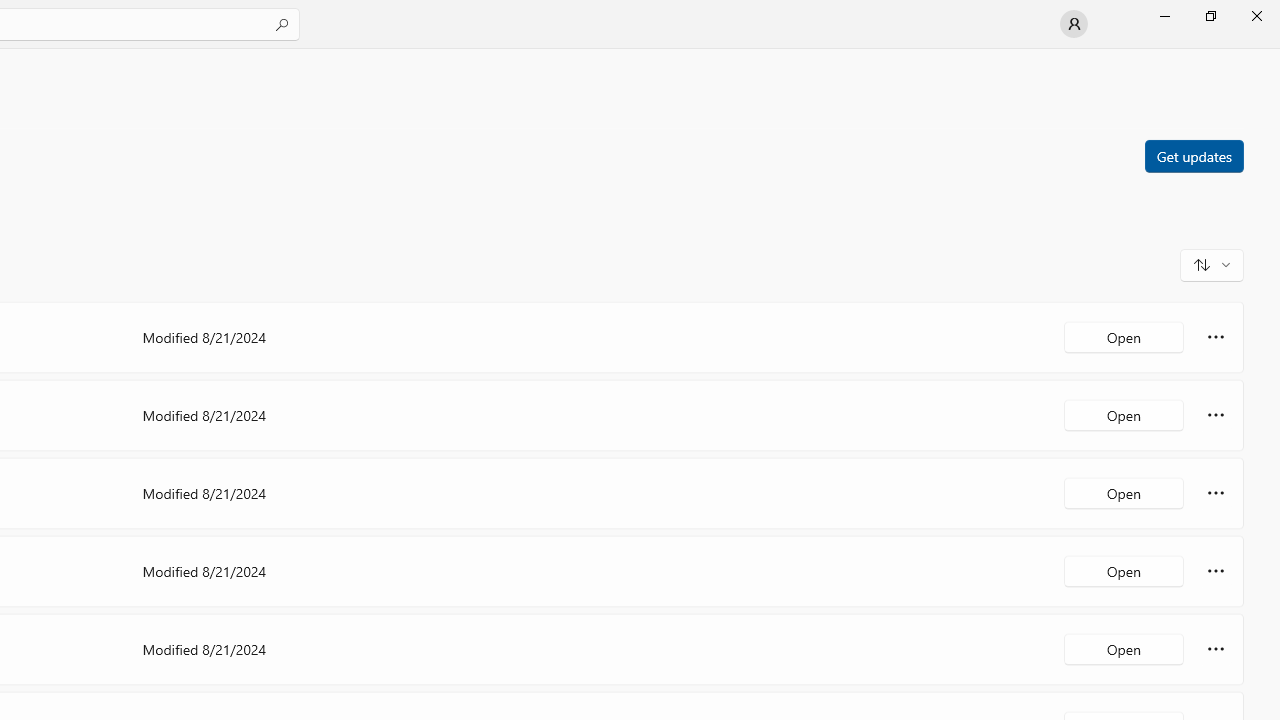 The image size is (1280, 720). I want to click on 'Get updates', so click(1193, 154).